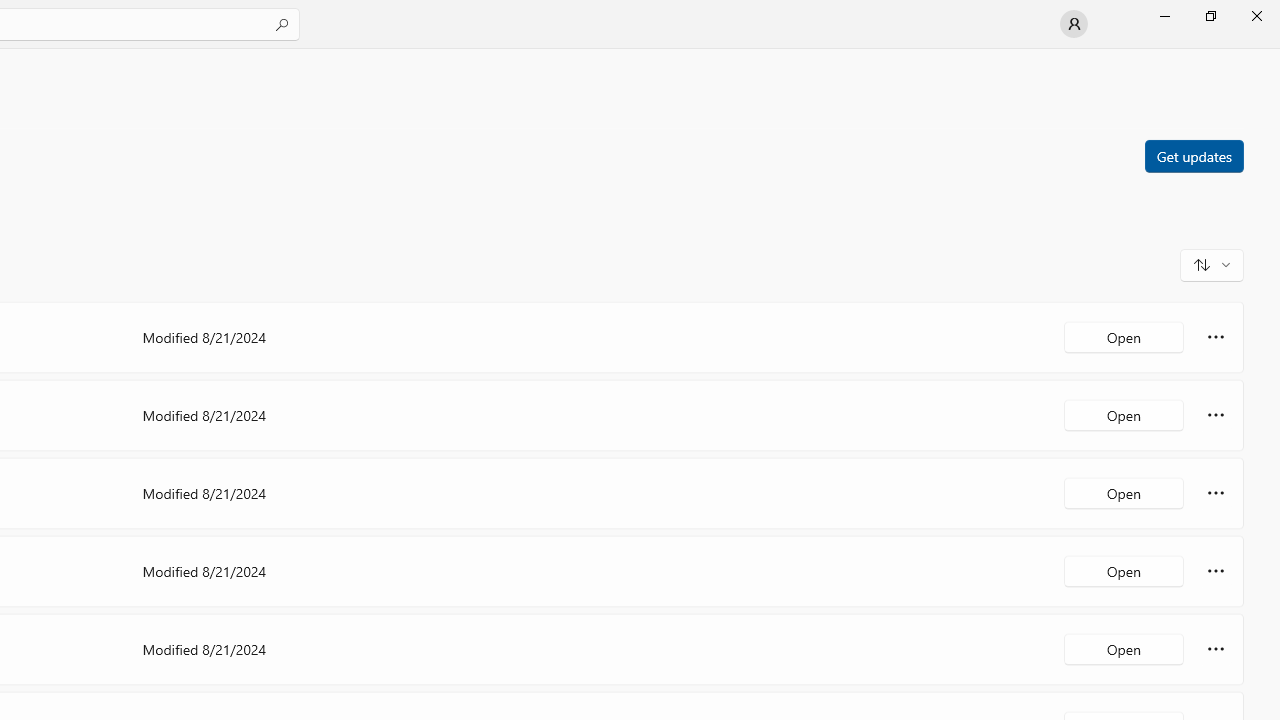 The image size is (1280, 720). I want to click on 'Get updates', so click(1193, 154).